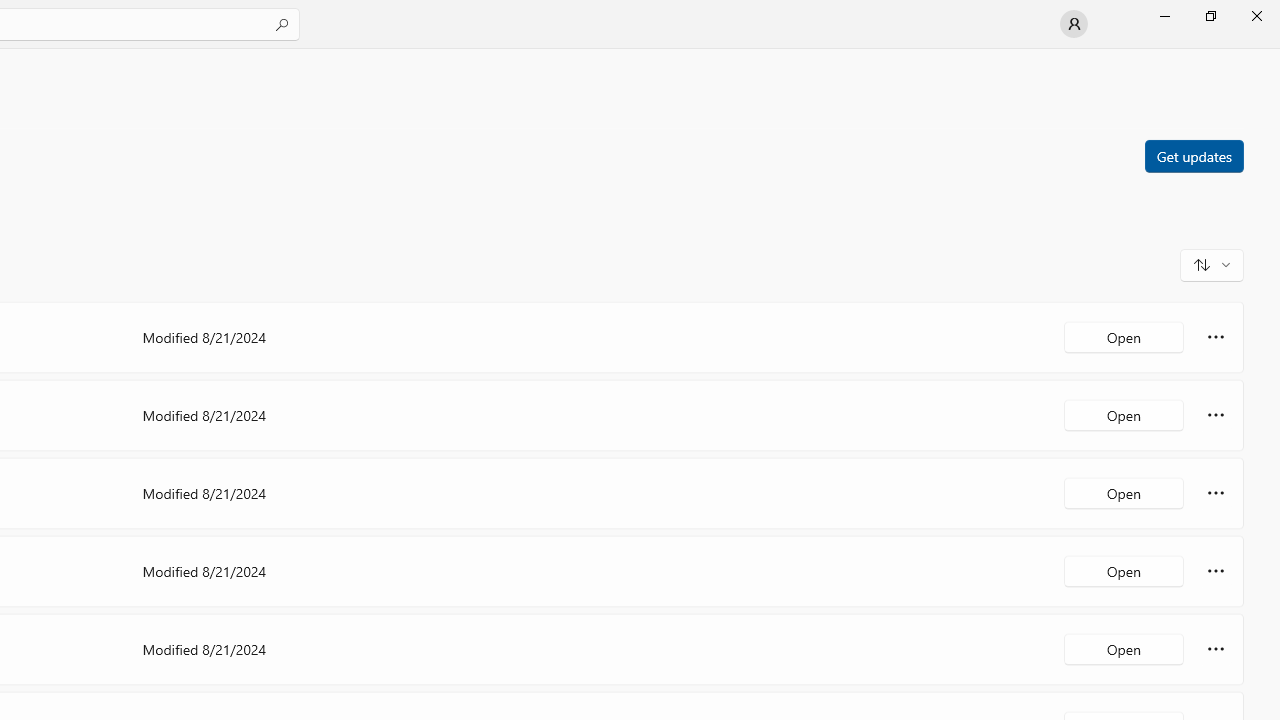 The image size is (1280, 720). I want to click on 'Get updates', so click(1193, 154).